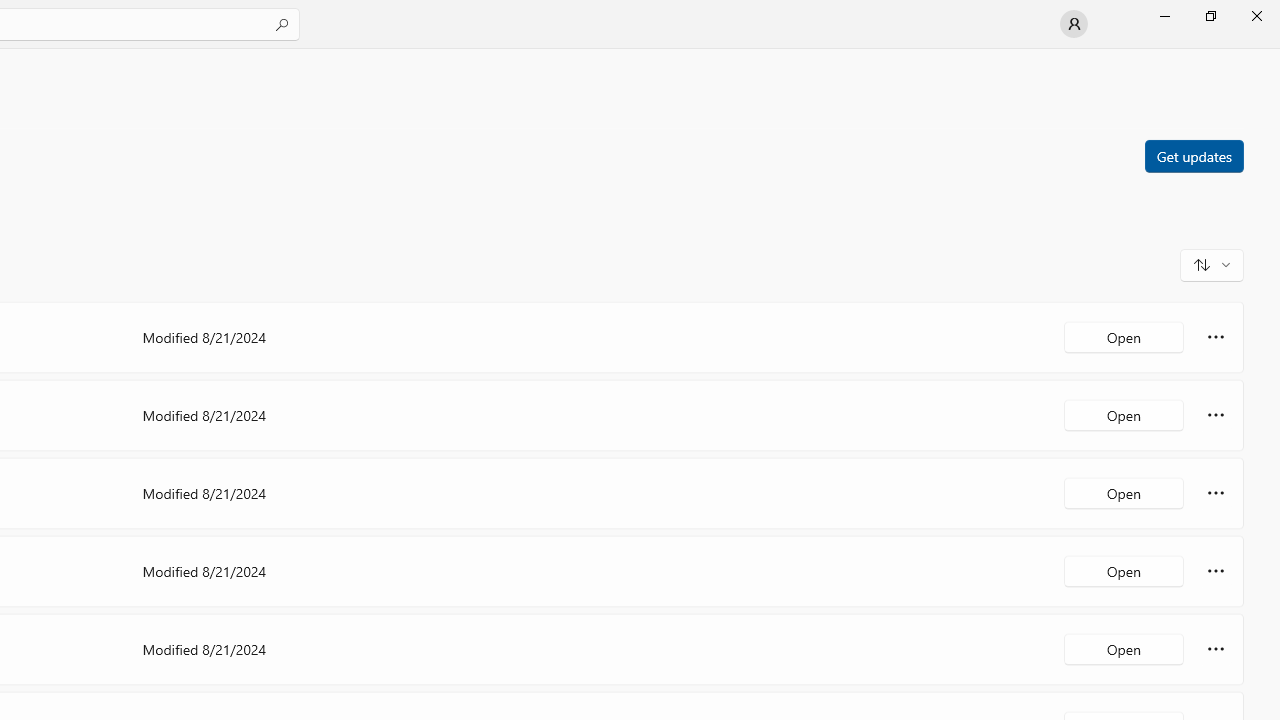 The image size is (1280, 720). I want to click on 'Get updates', so click(1193, 154).